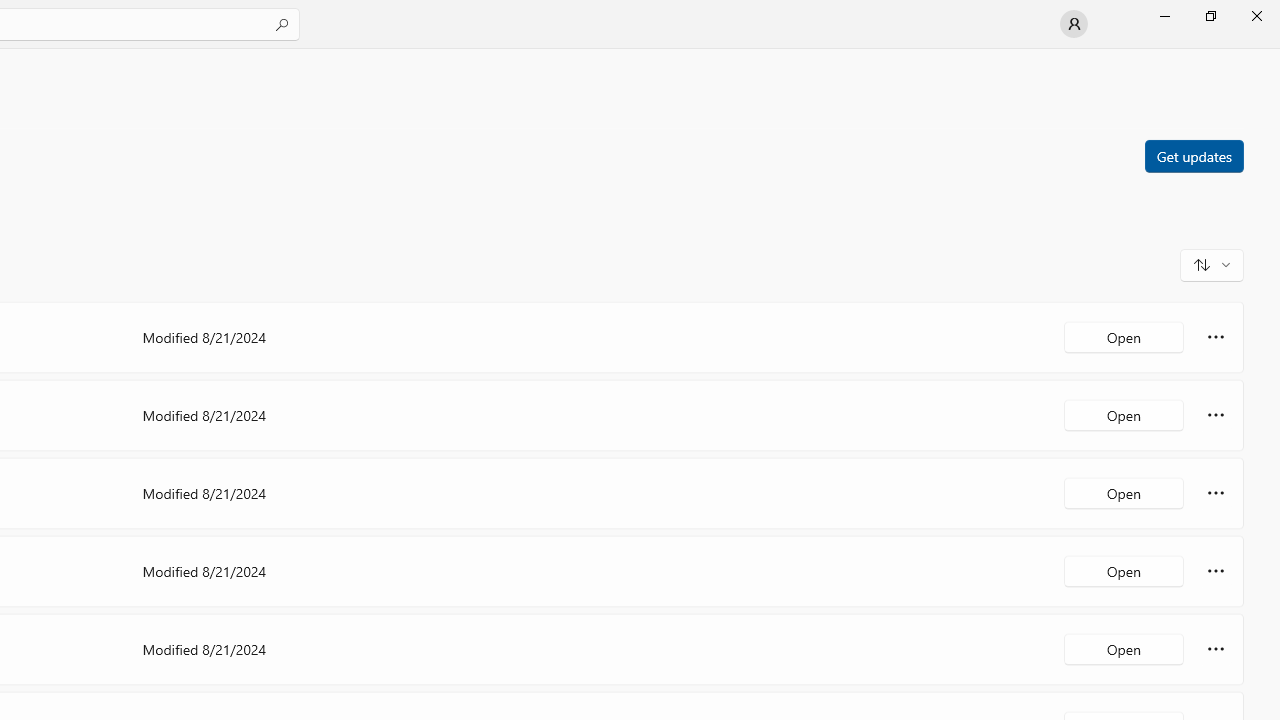 The image size is (1280, 720). I want to click on 'Get updates', so click(1193, 154).